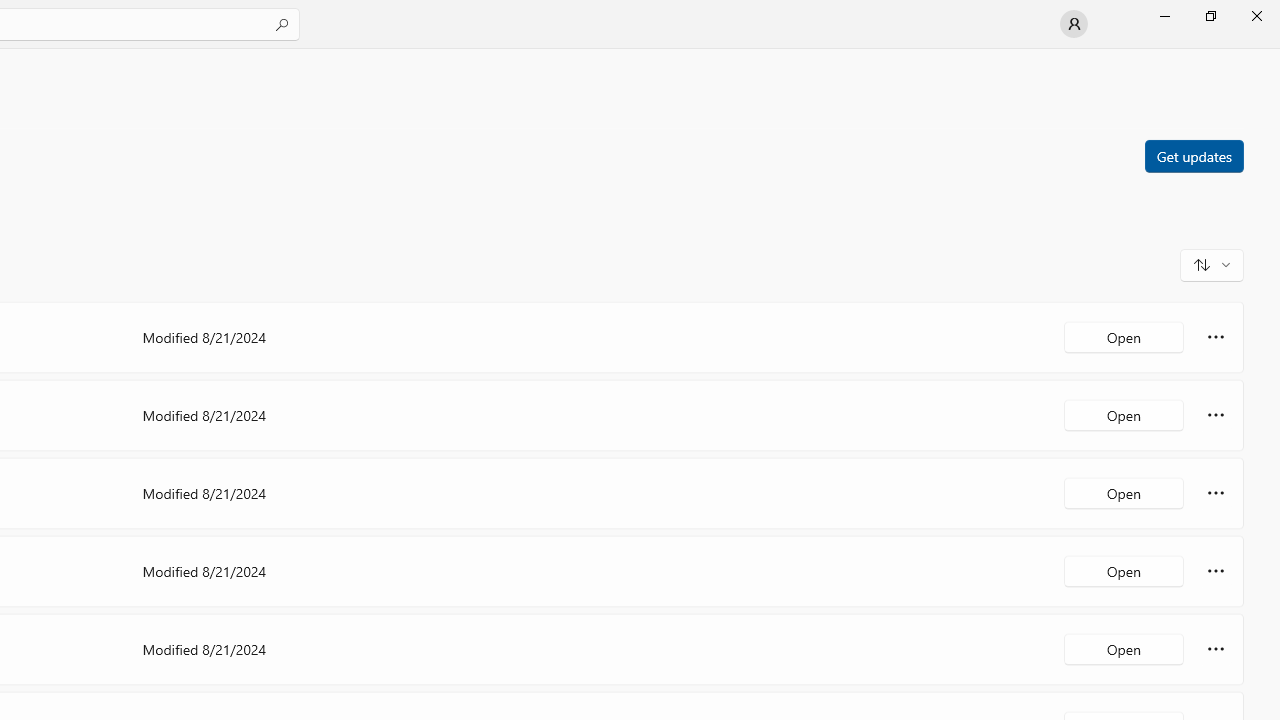 The image size is (1280, 720). I want to click on 'Get updates', so click(1193, 154).